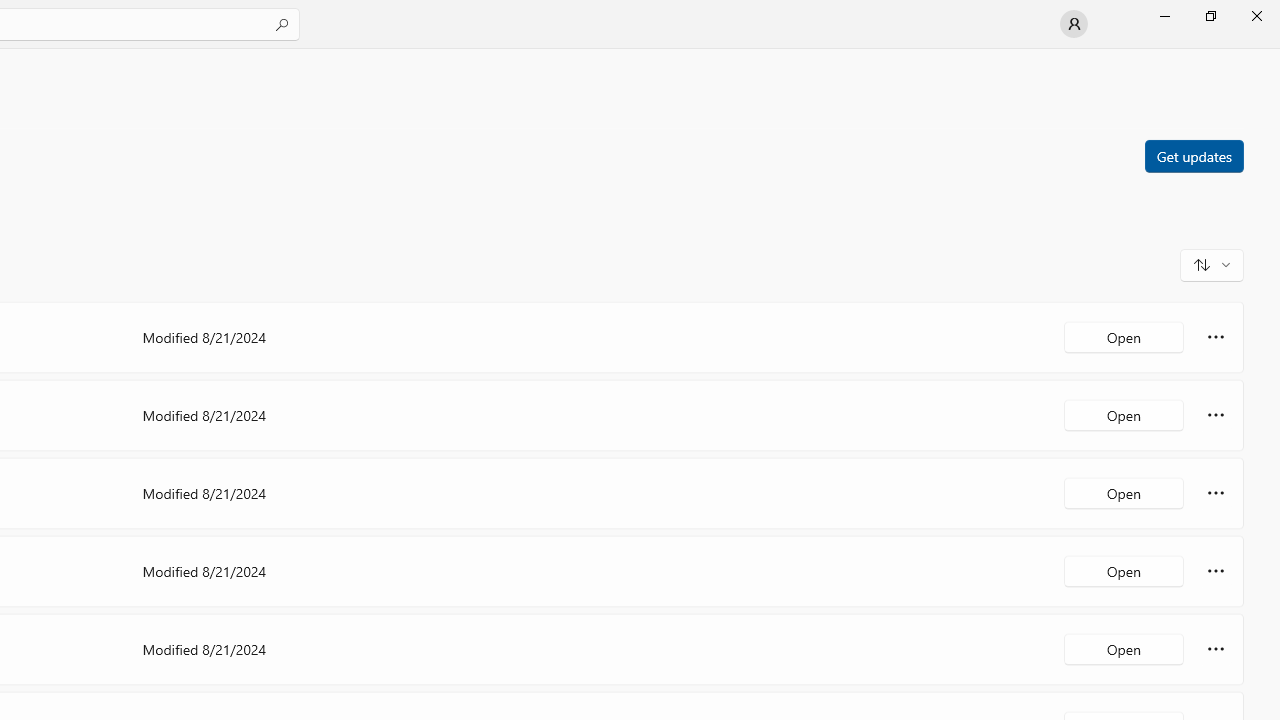 The image size is (1280, 720). I want to click on 'Get updates', so click(1193, 154).